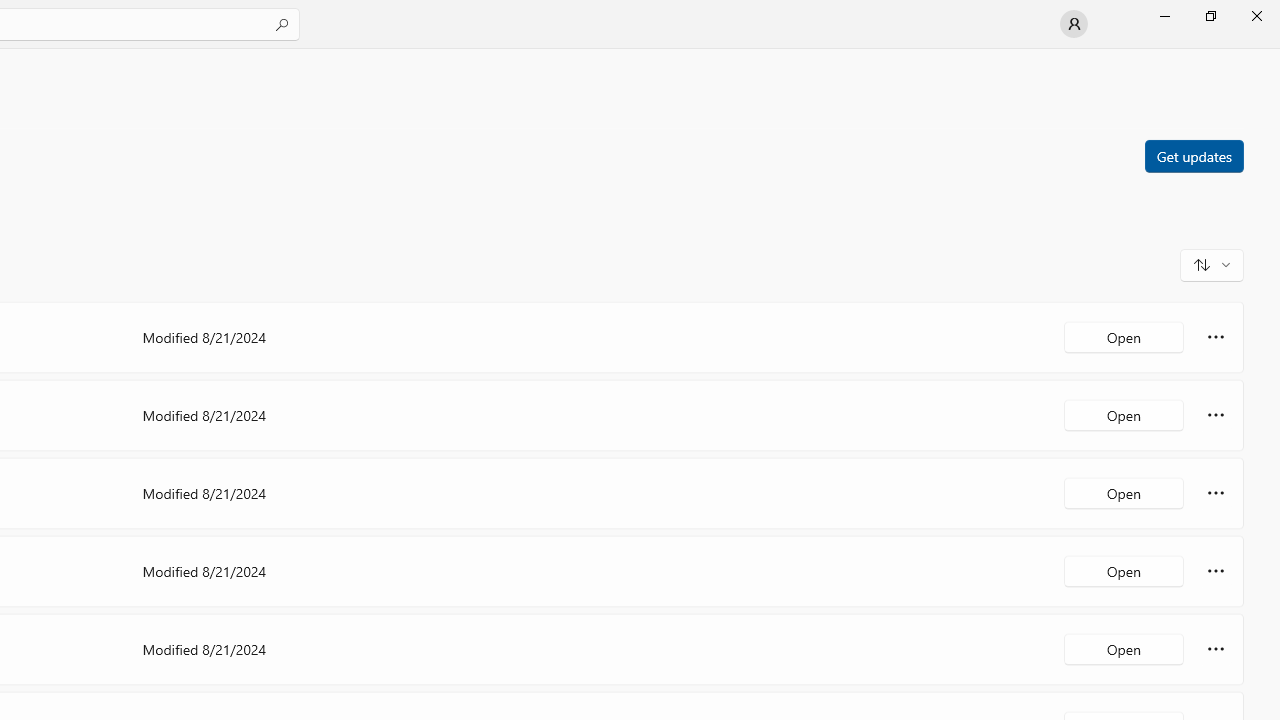 The image size is (1280, 720). I want to click on 'Get updates', so click(1193, 154).